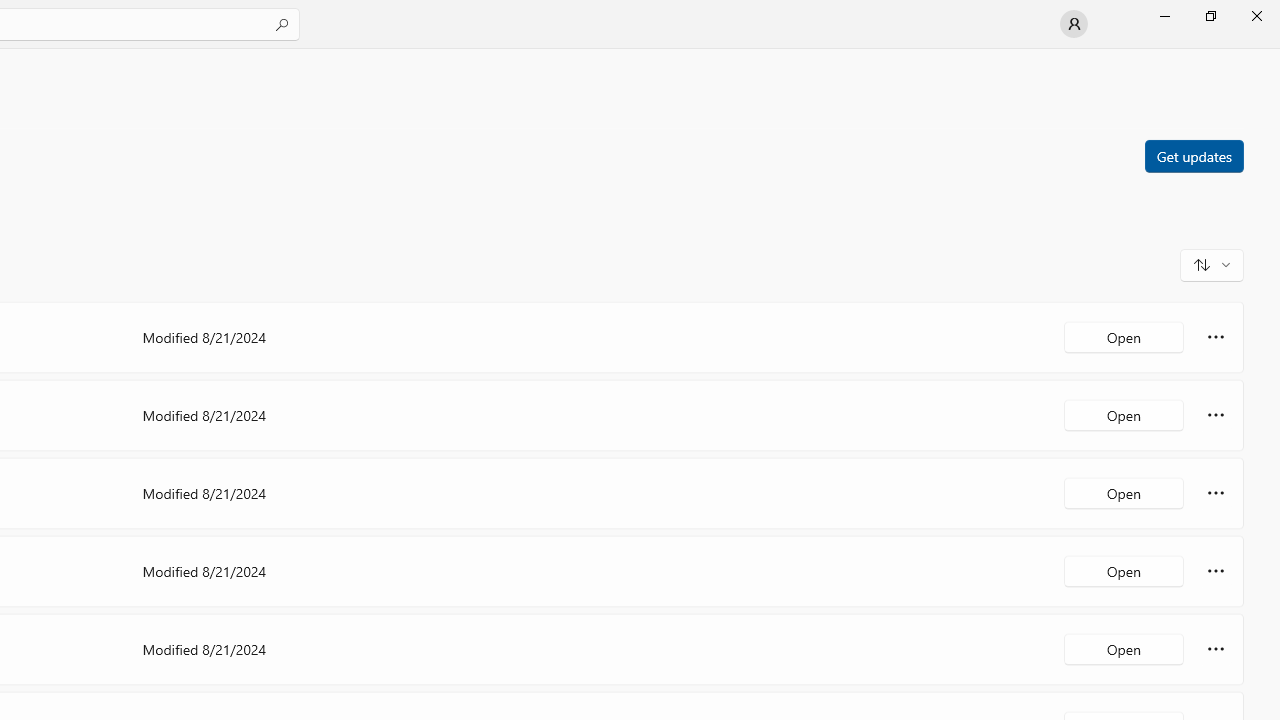 The image size is (1280, 720). I want to click on 'Get updates', so click(1193, 154).